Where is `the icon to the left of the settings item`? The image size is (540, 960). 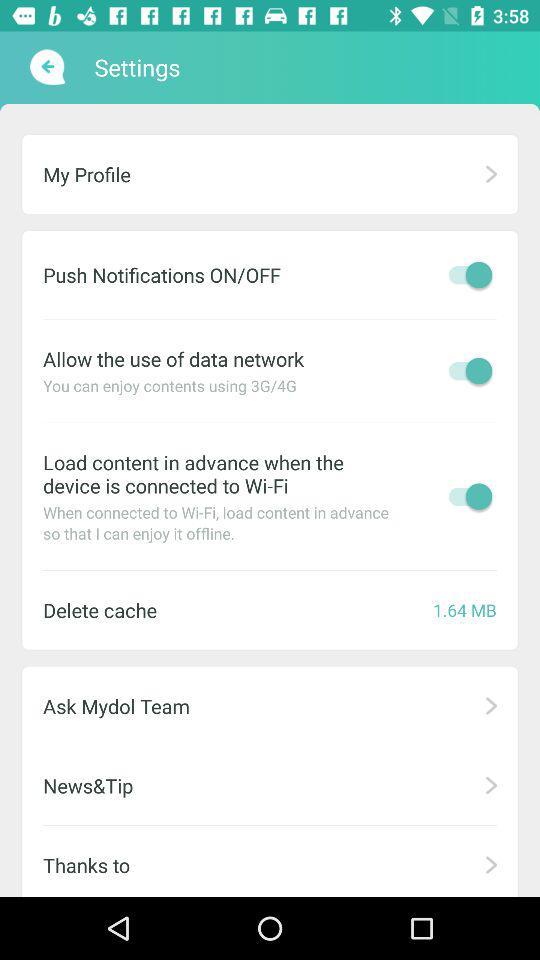 the icon to the left of the settings item is located at coordinates (45, 67).